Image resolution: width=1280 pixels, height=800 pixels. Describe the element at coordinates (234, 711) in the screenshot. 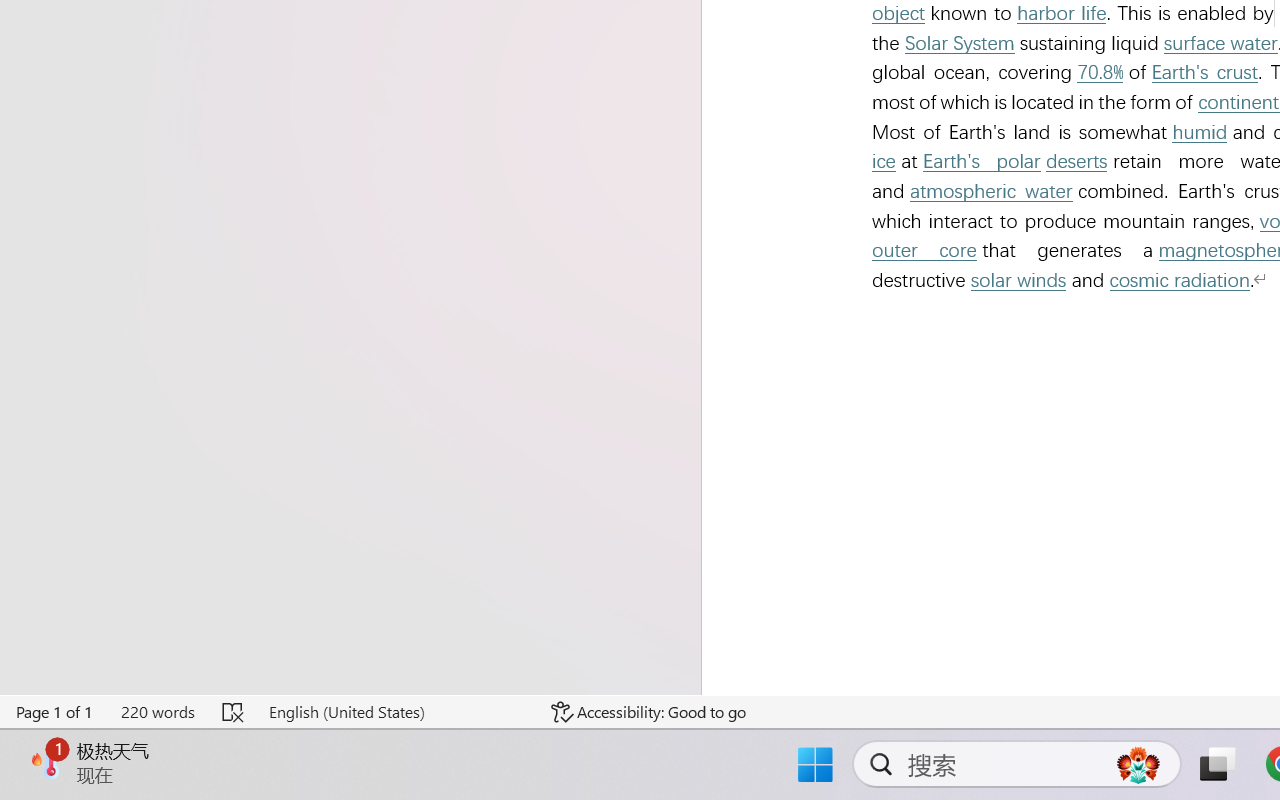

I see `'Spelling and Grammar Check Errors'` at that location.